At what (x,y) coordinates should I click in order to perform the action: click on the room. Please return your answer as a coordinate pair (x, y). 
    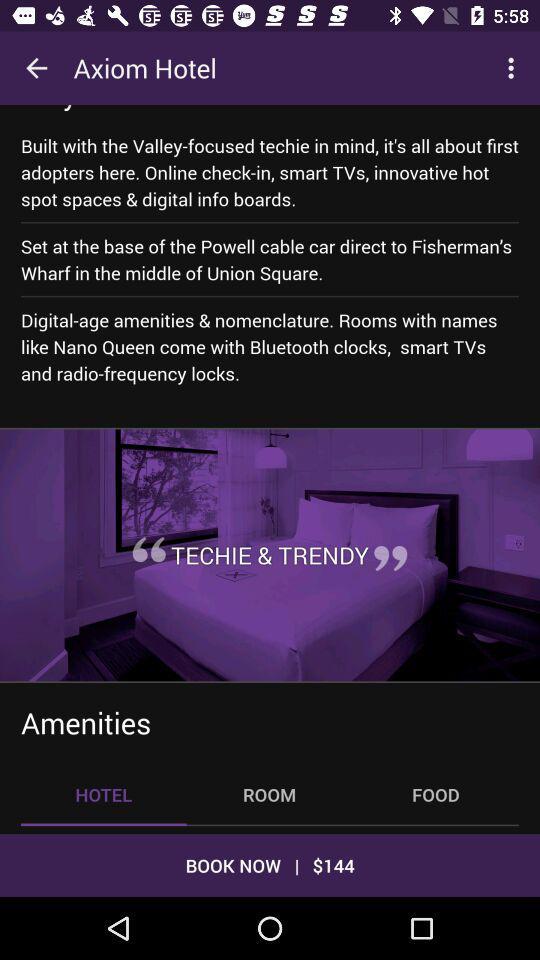
    Looking at the image, I should click on (269, 794).